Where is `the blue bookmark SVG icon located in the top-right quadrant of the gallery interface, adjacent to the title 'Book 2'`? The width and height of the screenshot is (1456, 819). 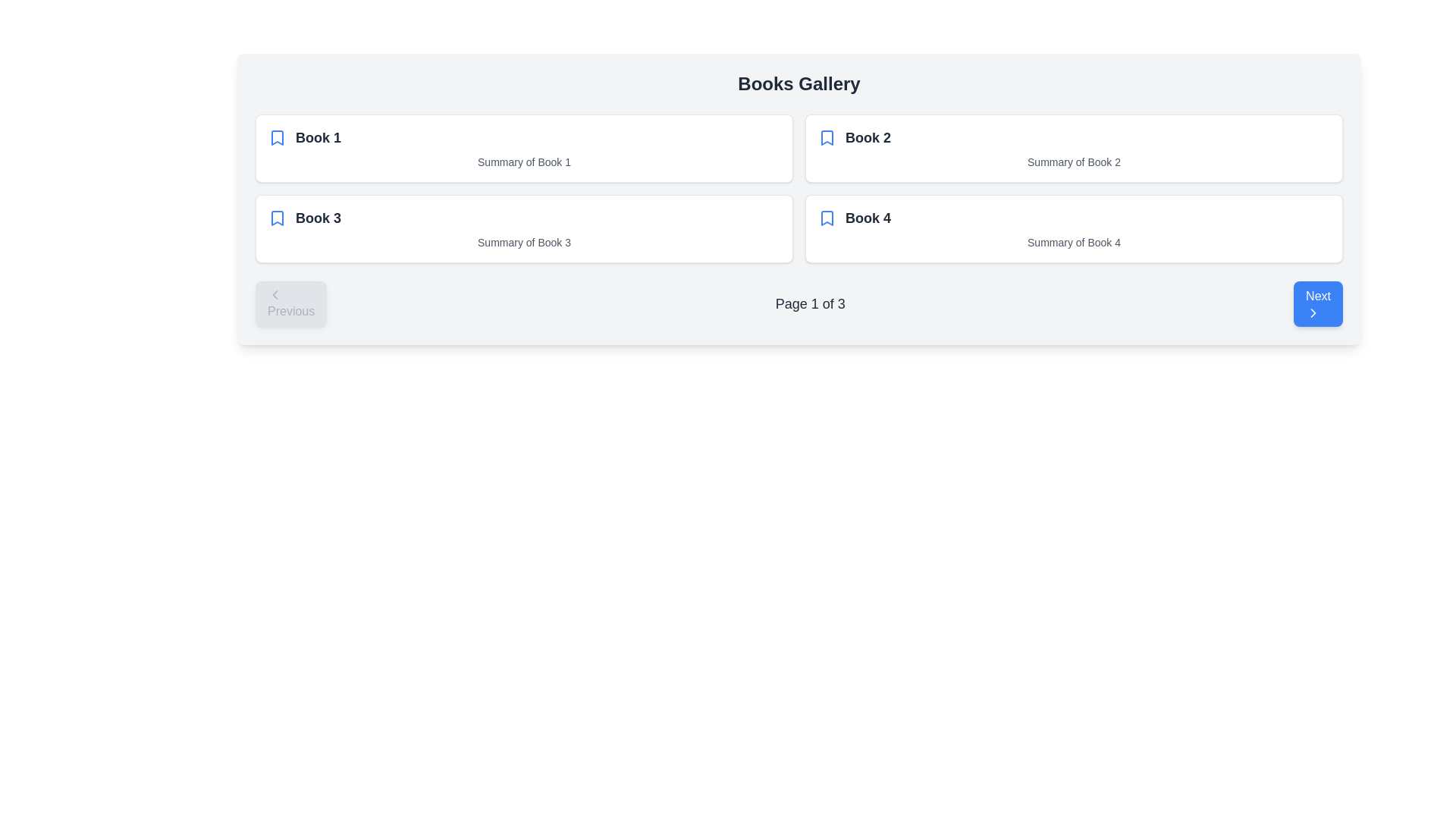 the blue bookmark SVG icon located in the top-right quadrant of the gallery interface, adjacent to the title 'Book 2' is located at coordinates (826, 137).